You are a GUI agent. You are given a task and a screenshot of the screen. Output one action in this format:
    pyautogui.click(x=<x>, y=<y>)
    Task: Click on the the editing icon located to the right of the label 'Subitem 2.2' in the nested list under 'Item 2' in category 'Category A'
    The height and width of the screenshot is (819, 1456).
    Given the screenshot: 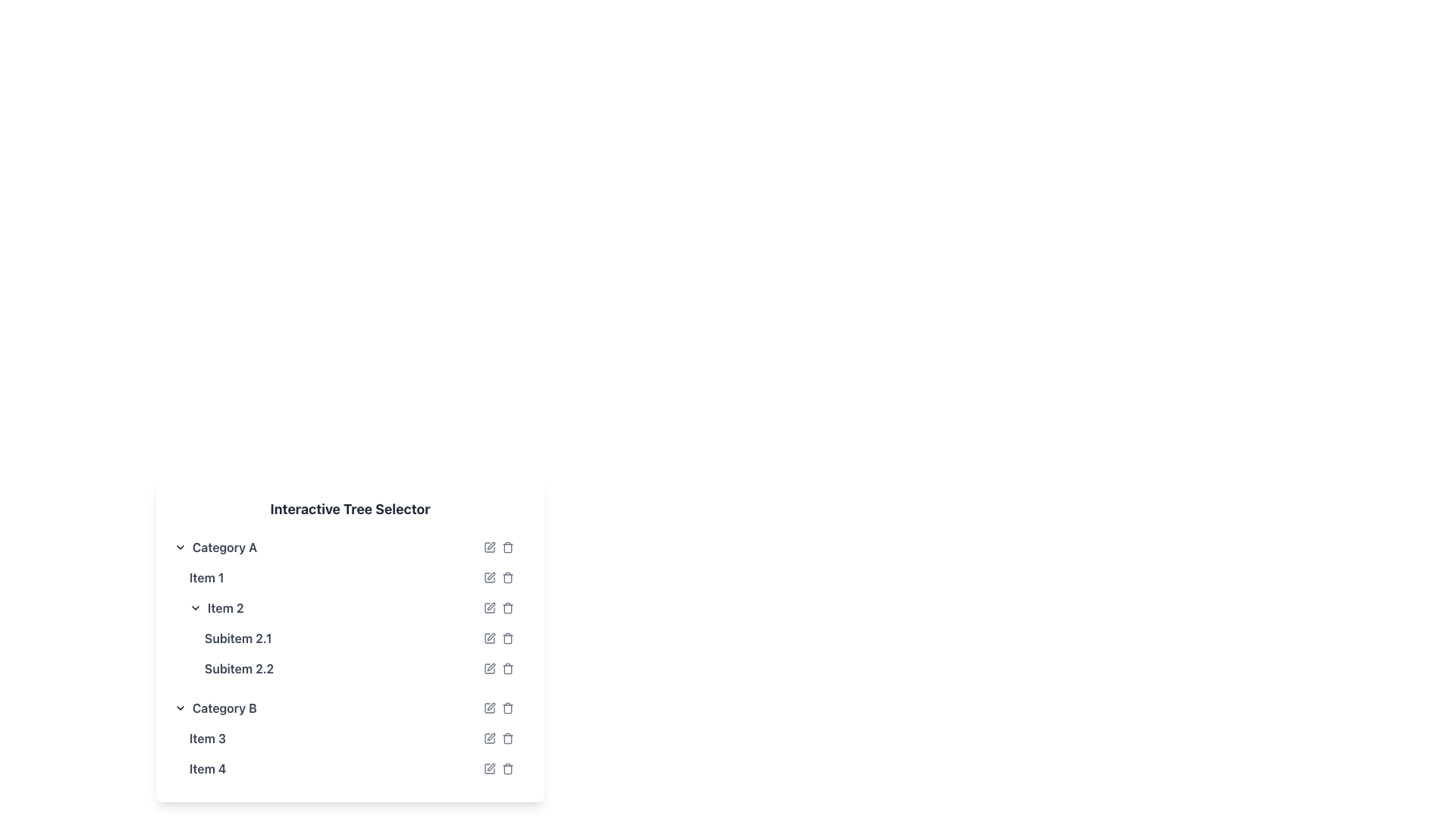 What is the action you would take?
    pyautogui.click(x=490, y=668)
    